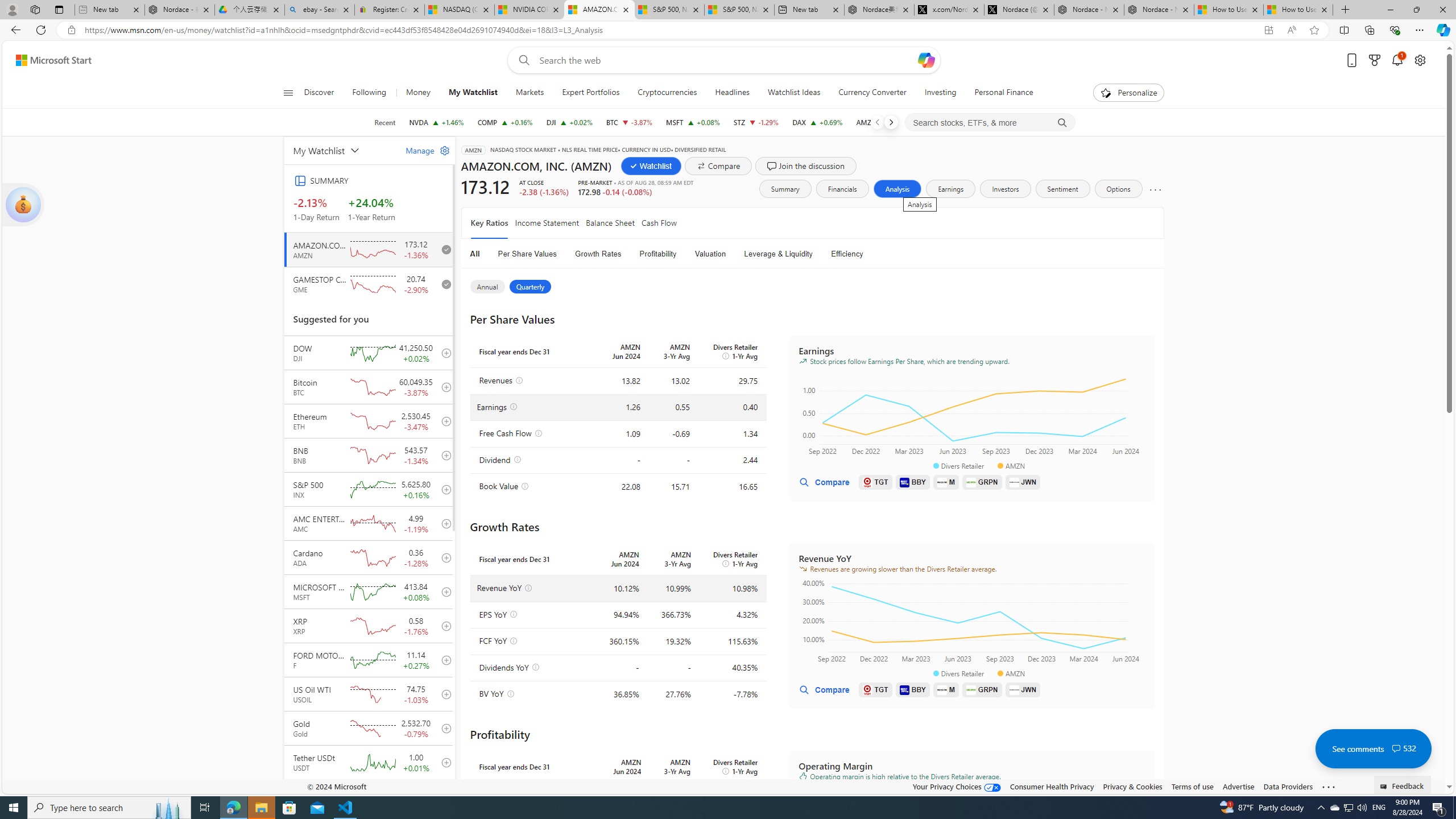  I want to click on 'Financials', so click(841, 188).